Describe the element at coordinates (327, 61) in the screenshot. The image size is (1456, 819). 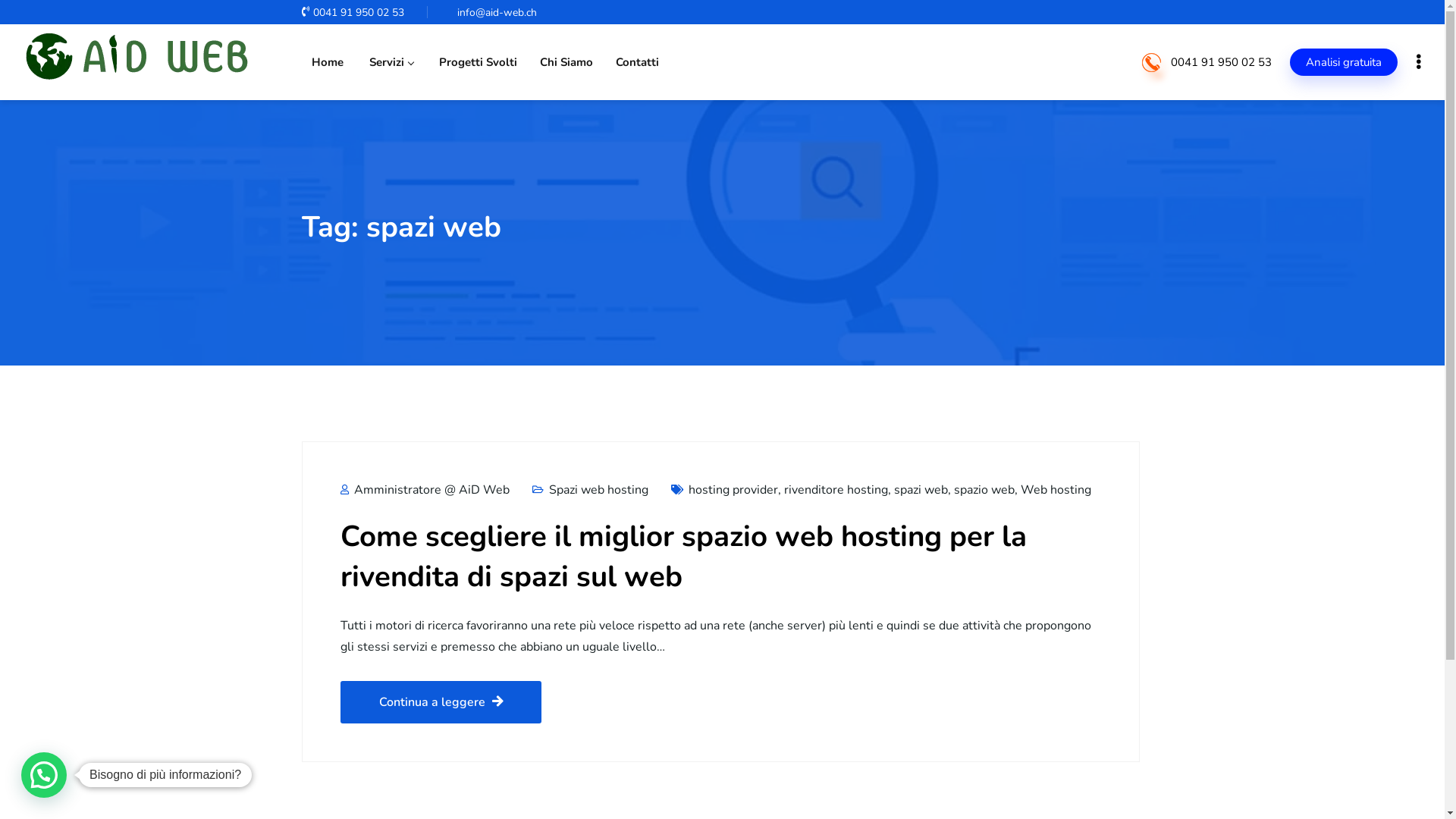
I see `'Home'` at that location.